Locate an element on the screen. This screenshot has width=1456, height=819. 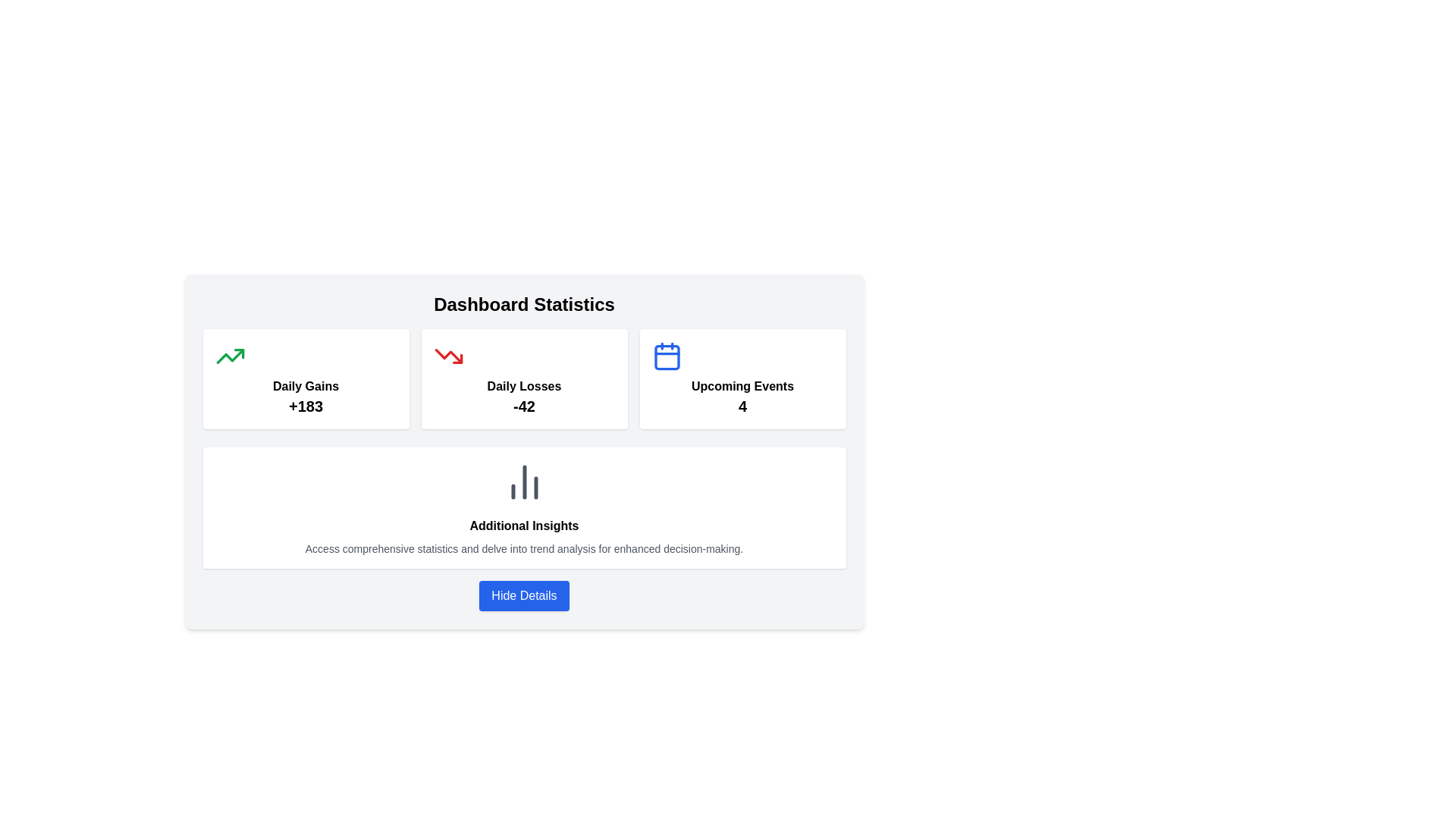
the downward trending triangle marker icon within the 'Daily Losses' box on the dashboard statistics is located at coordinates (457, 359).